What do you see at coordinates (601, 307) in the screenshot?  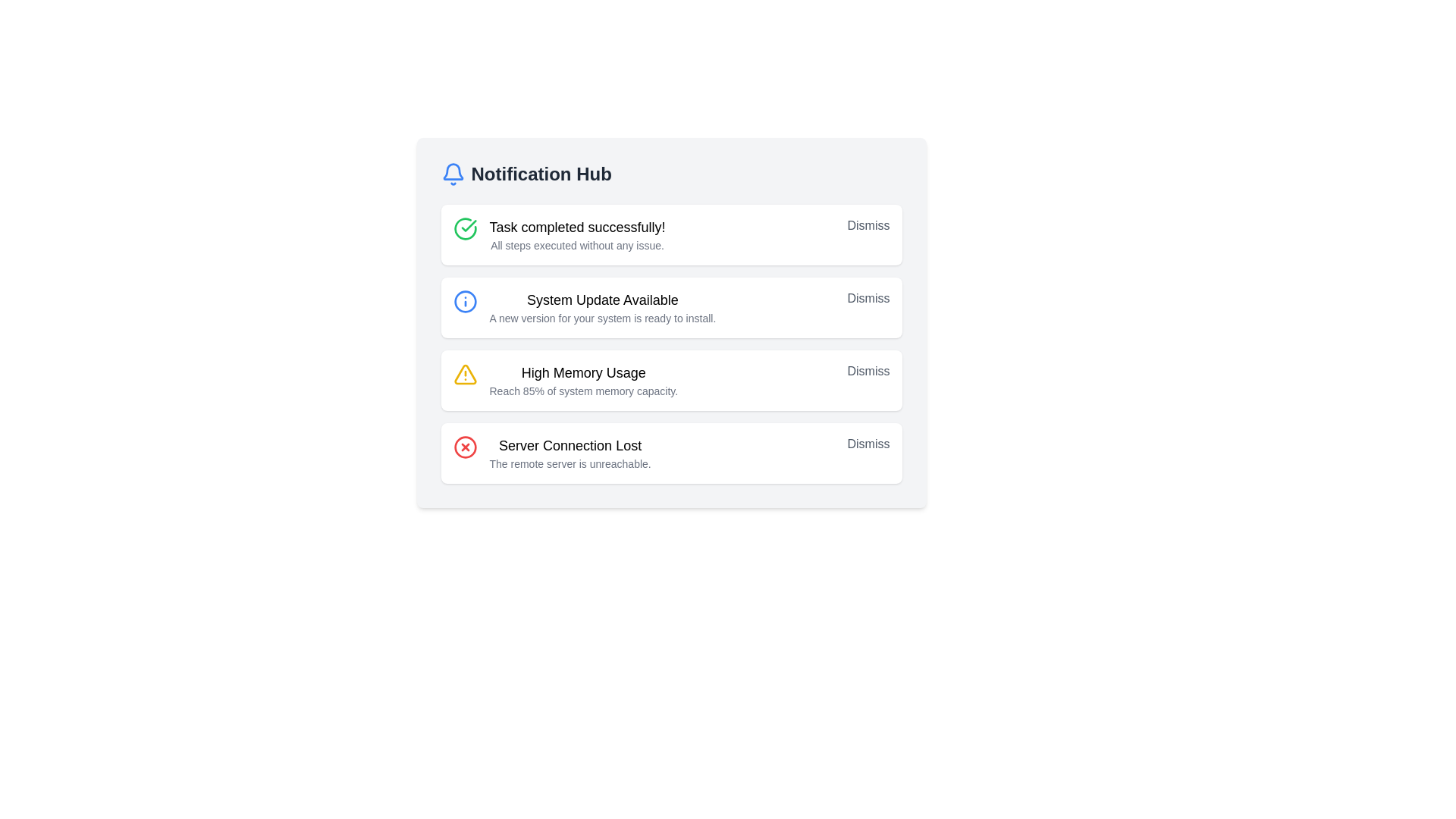 I see `informational text block about the available system update, which is centrally located on the second row of the notification list, between the notifications titled 'Task completed successfully!' and 'High Memory Usage.'` at bounding box center [601, 307].